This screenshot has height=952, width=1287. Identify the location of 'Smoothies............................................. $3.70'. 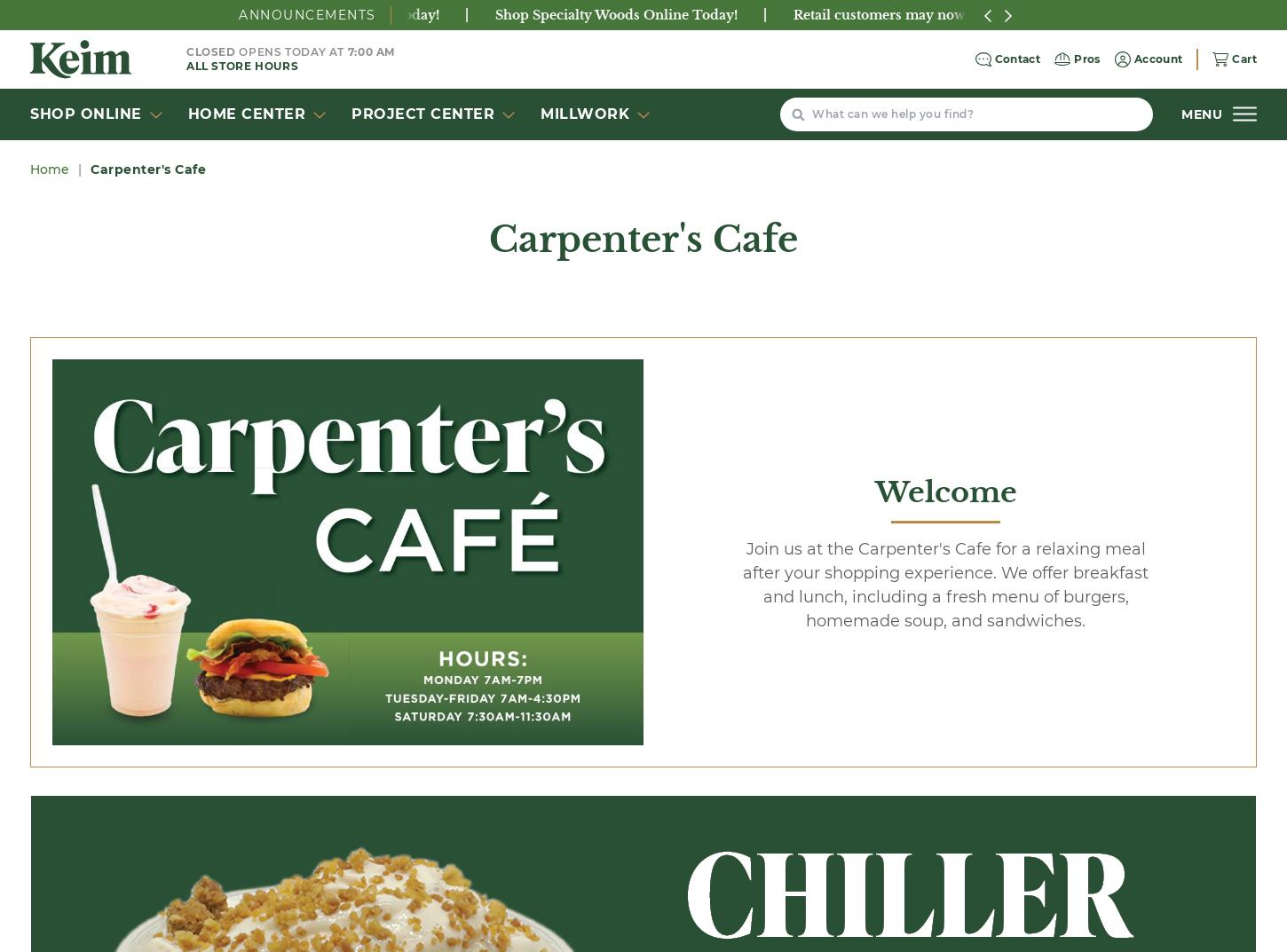
(460, 400).